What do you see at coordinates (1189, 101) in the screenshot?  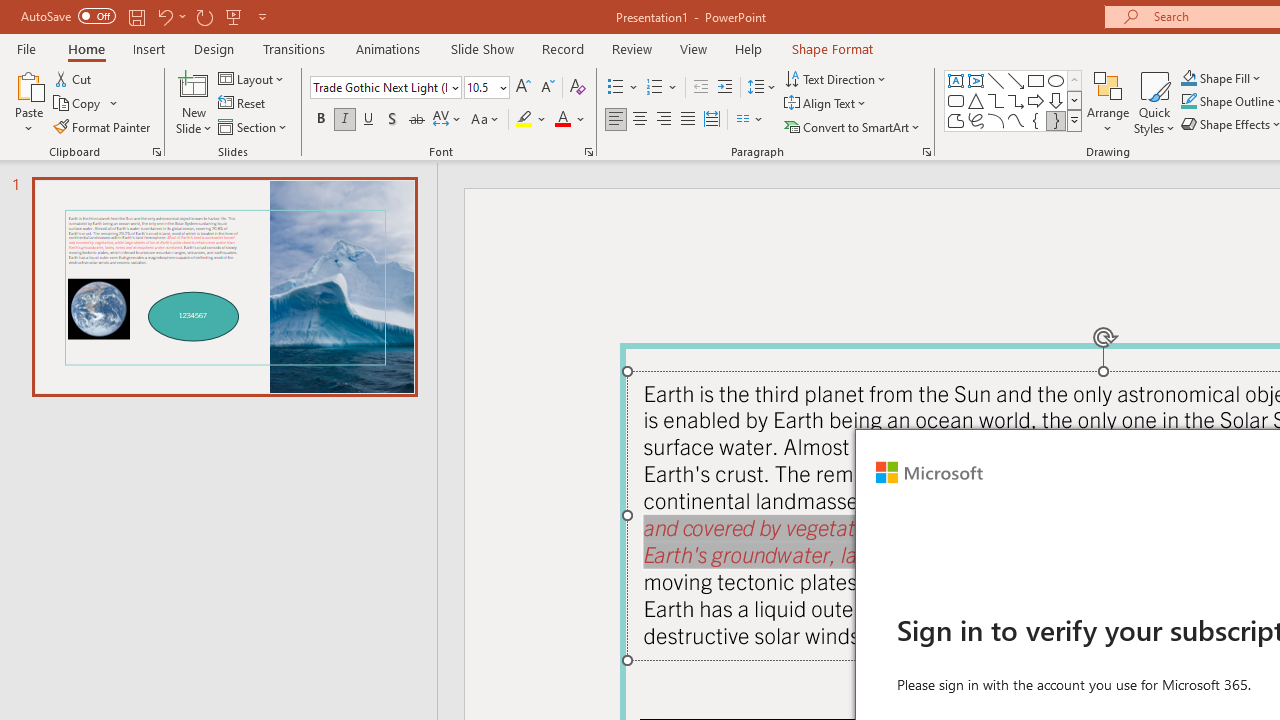 I see `'Shape Outline Teal, Accent 1'` at bounding box center [1189, 101].